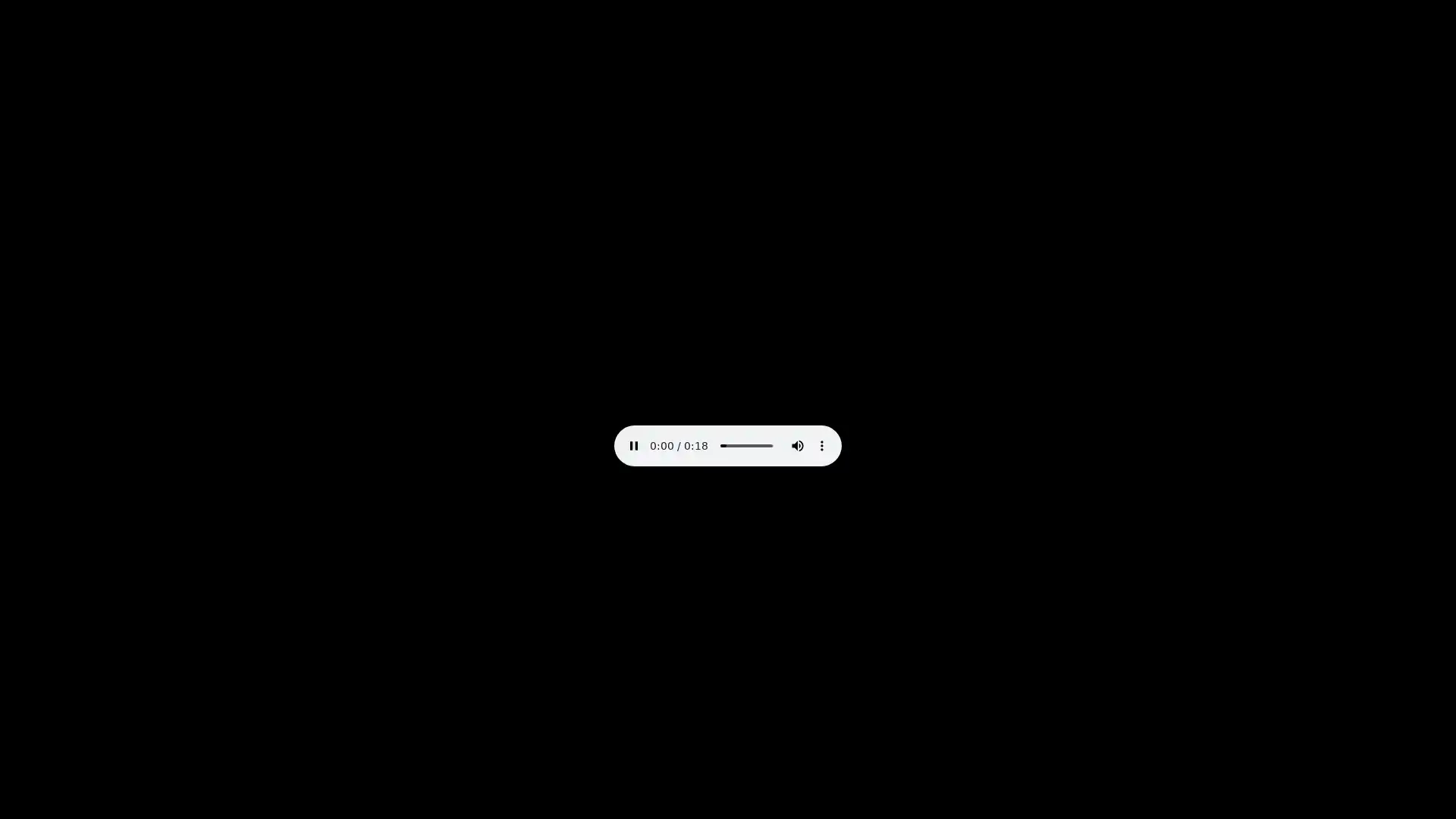 The width and height of the screenshot is (1456, 819). Describe the element at coordinates (796, 444) in the screenshot. I see `mute` at that location.